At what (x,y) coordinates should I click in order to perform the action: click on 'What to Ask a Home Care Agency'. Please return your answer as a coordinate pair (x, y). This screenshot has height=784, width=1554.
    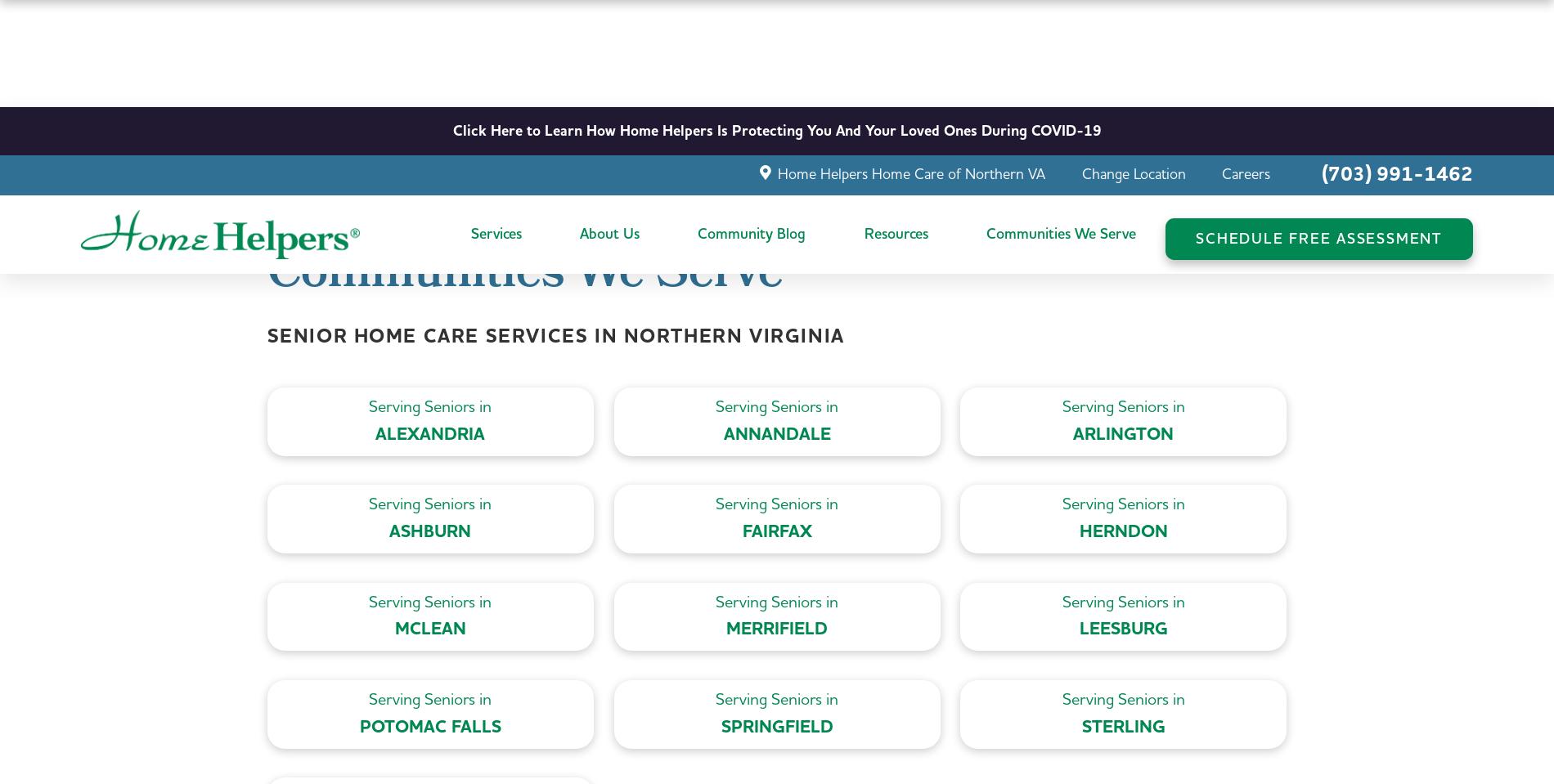
    Looking at the image, I should click on (972, 208).